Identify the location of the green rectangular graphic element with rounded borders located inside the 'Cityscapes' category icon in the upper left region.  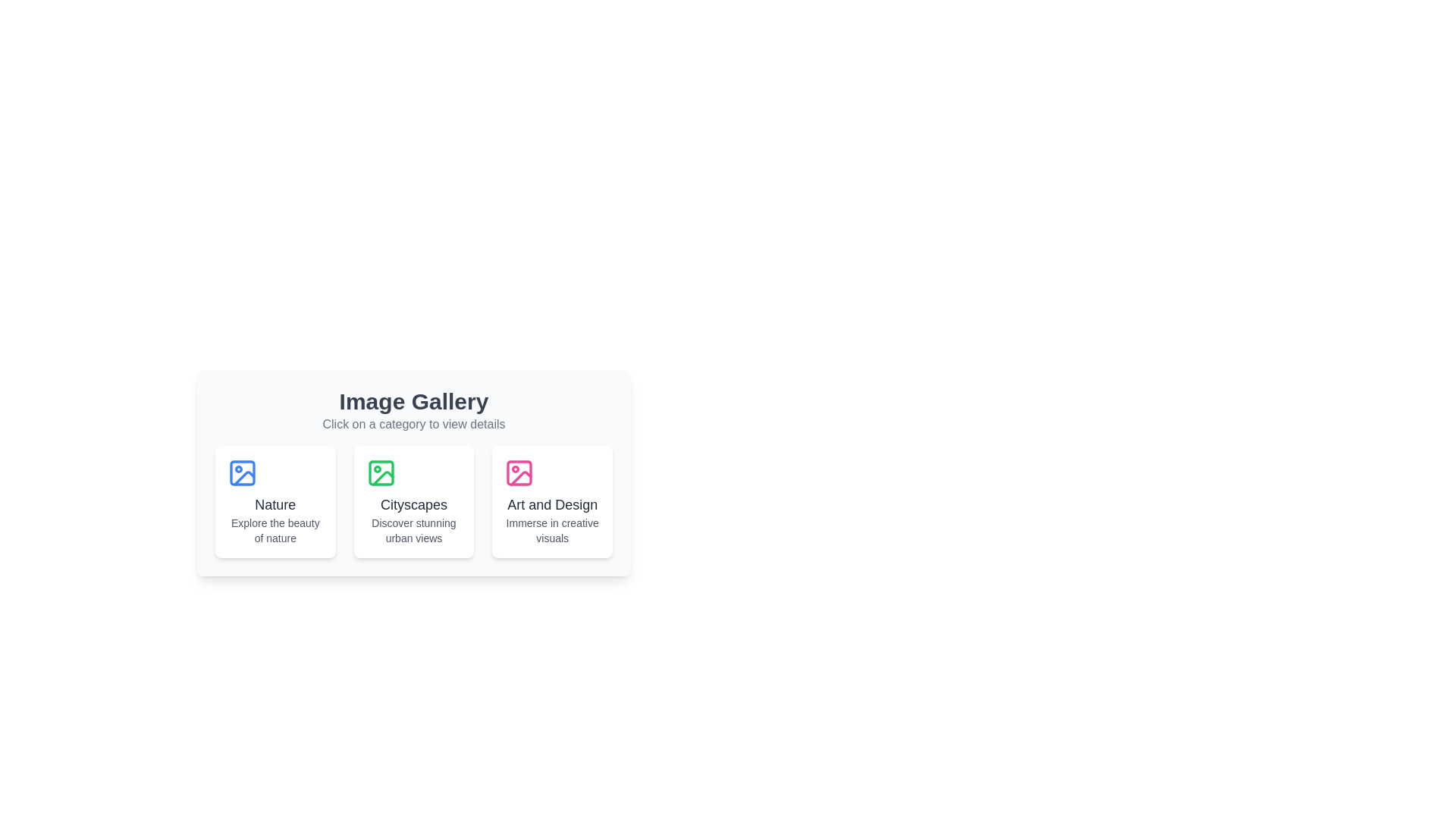
(381, 472).